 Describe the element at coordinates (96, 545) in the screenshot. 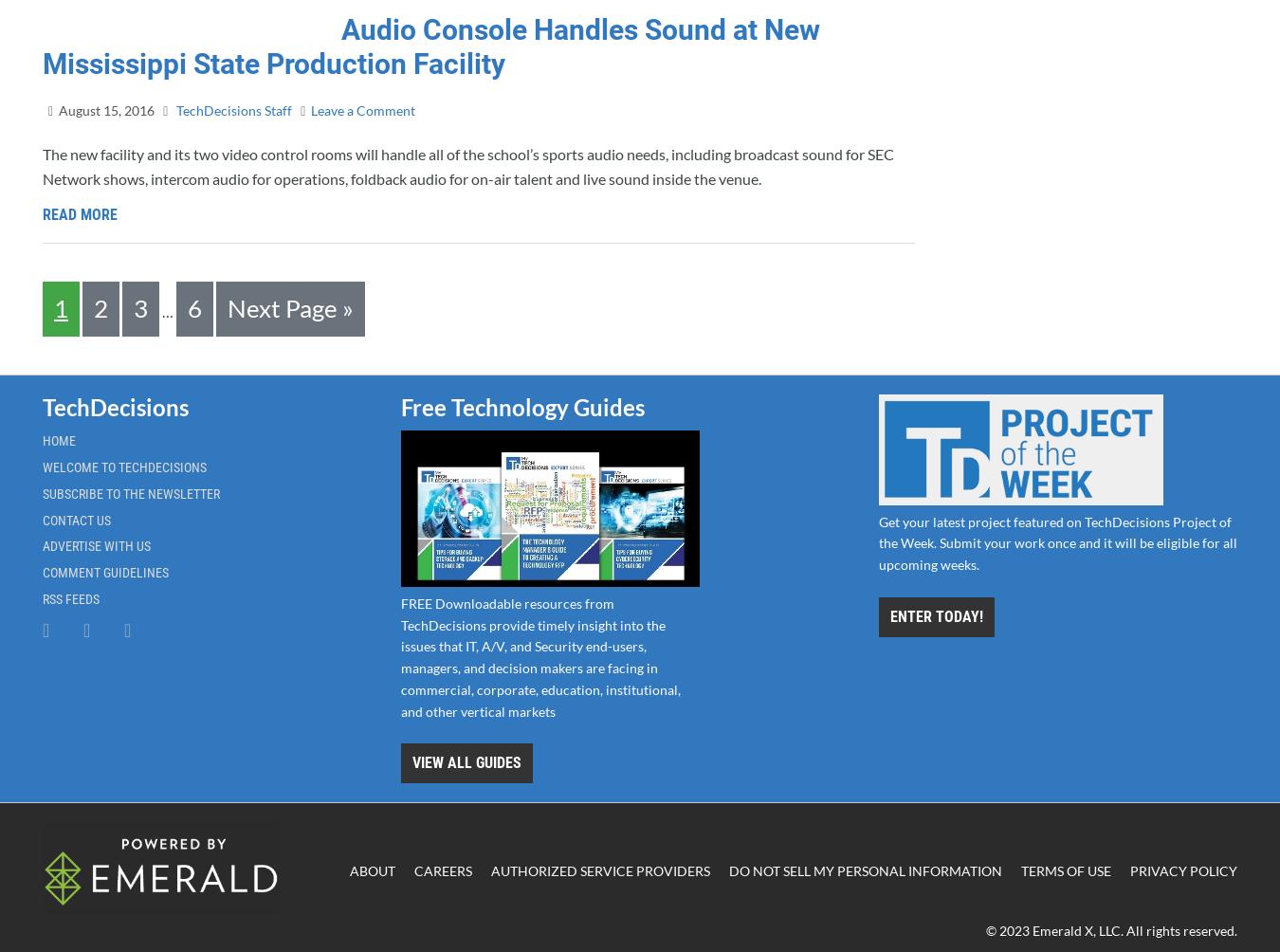

I see `'Advertise with Us'` at that location.